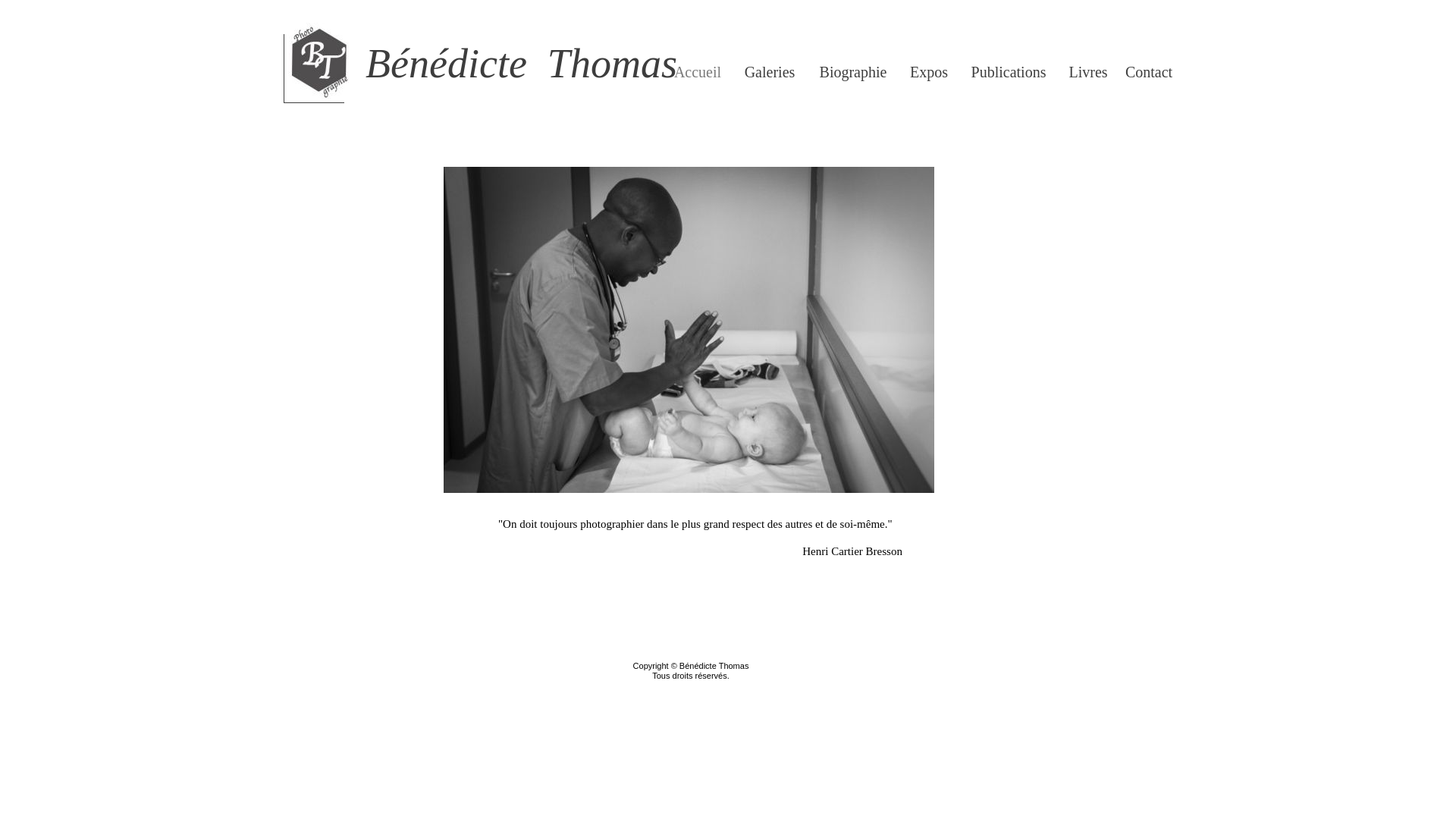  Describe the element at coordinates (769, 72) in the screenshot. I see `'Galeries'` at that location.